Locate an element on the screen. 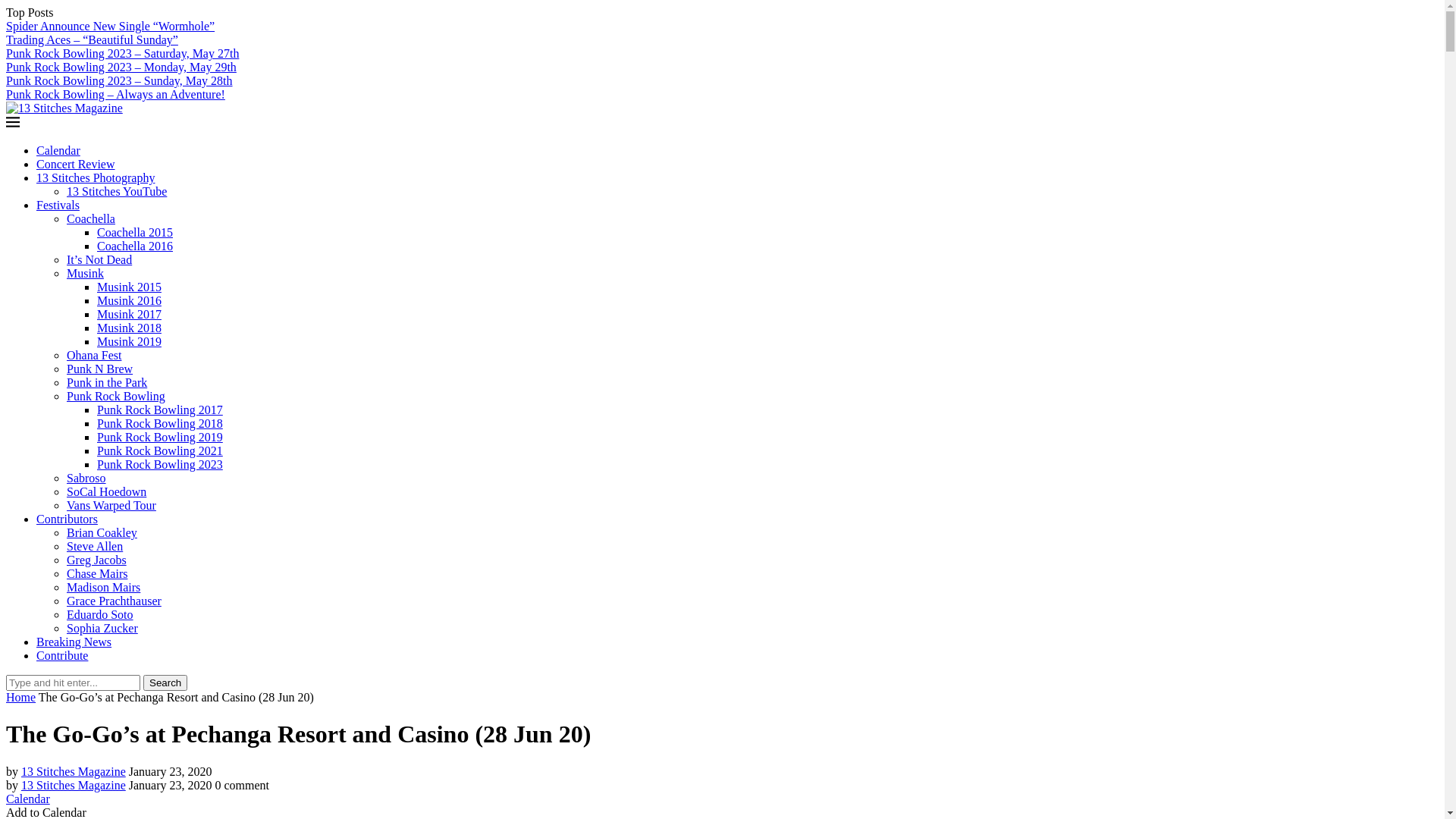 The image size is (1456, 819). 'Punk Rock Bowling 2019' is located at coordinates (160, 437).